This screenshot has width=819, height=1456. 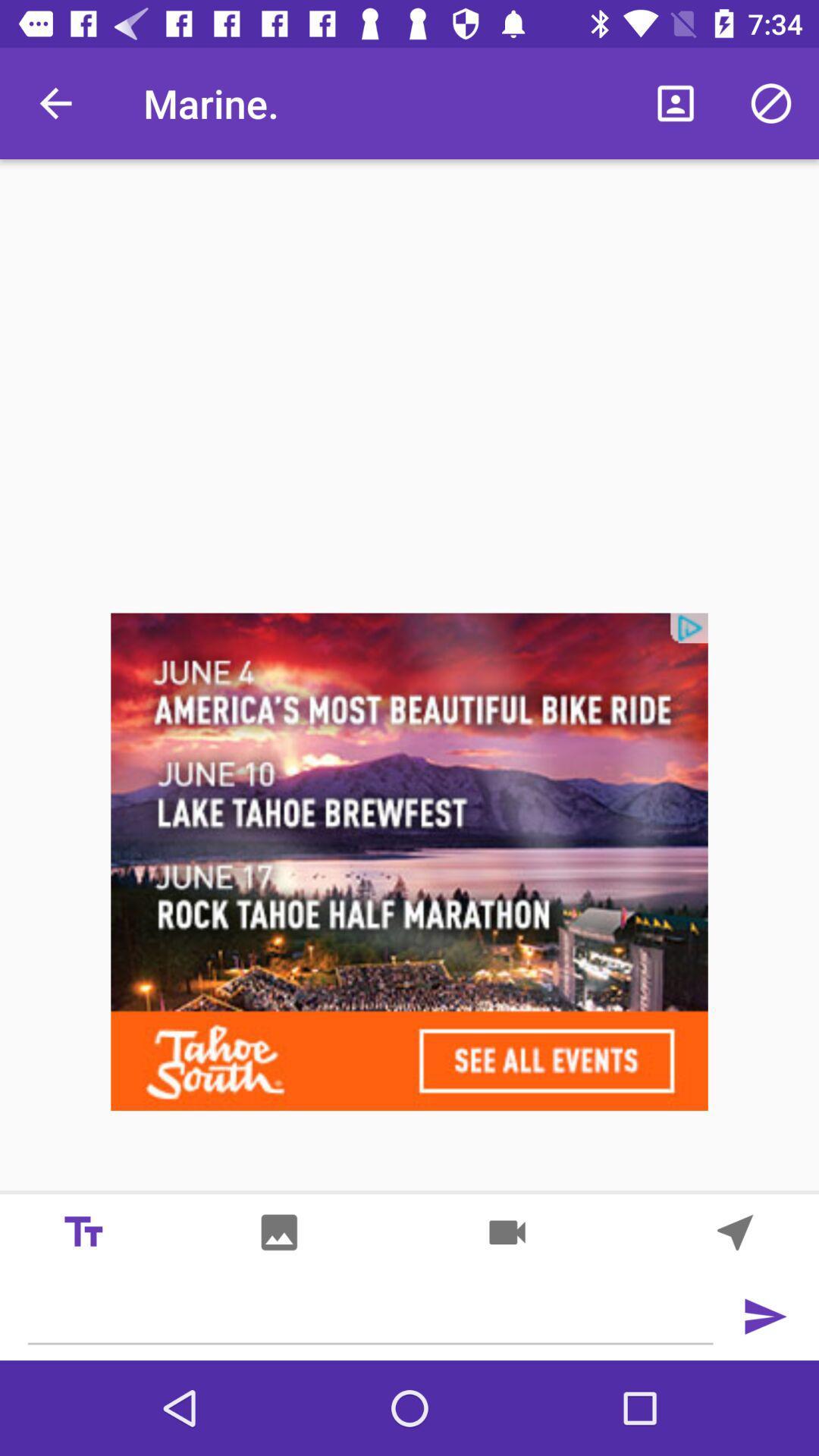 I want to click on the font icon, so click(x=83, y=1232).